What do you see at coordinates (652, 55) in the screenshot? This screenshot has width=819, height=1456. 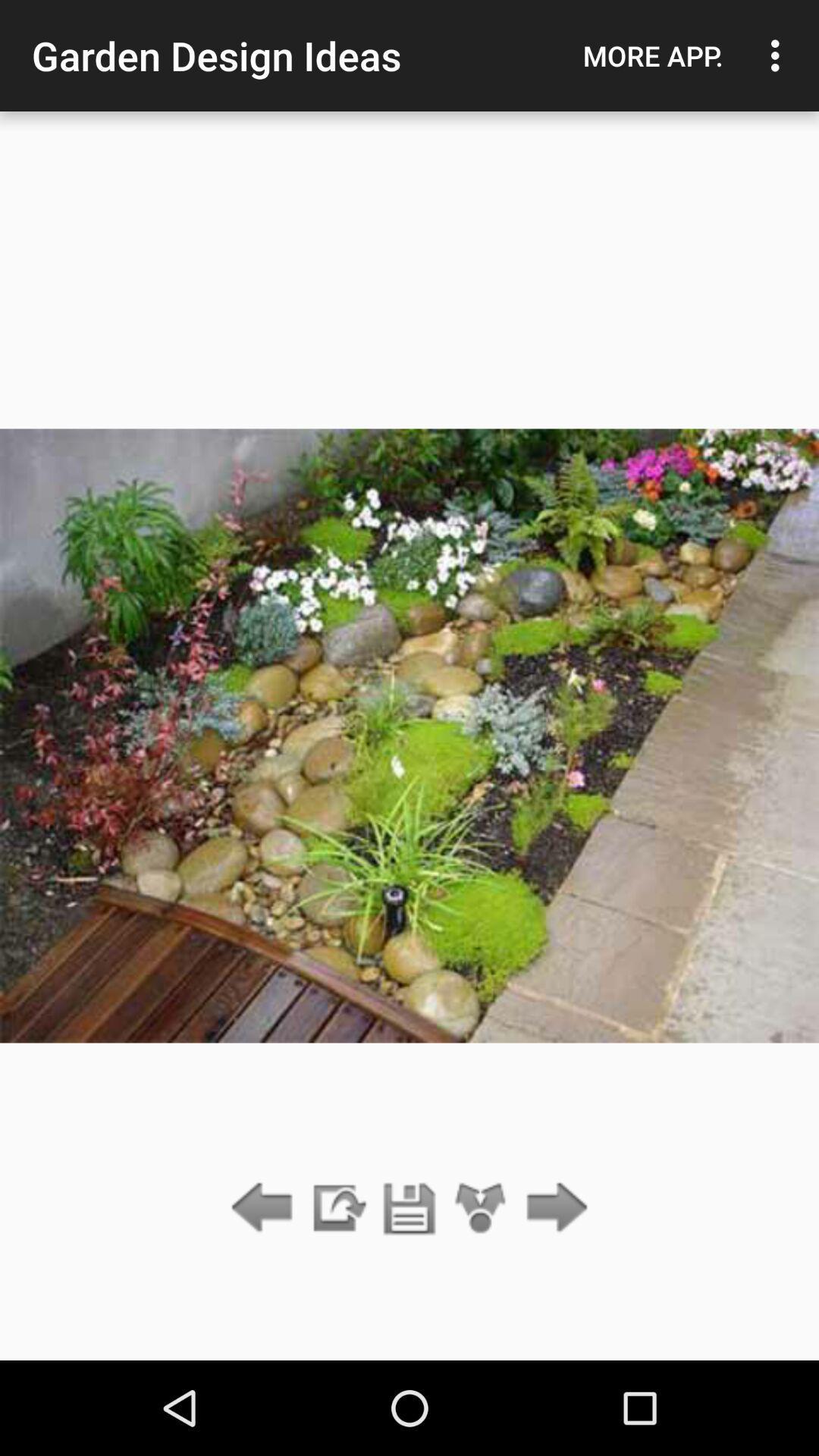 I see `more app. icon` at bounding box center [652, 55].